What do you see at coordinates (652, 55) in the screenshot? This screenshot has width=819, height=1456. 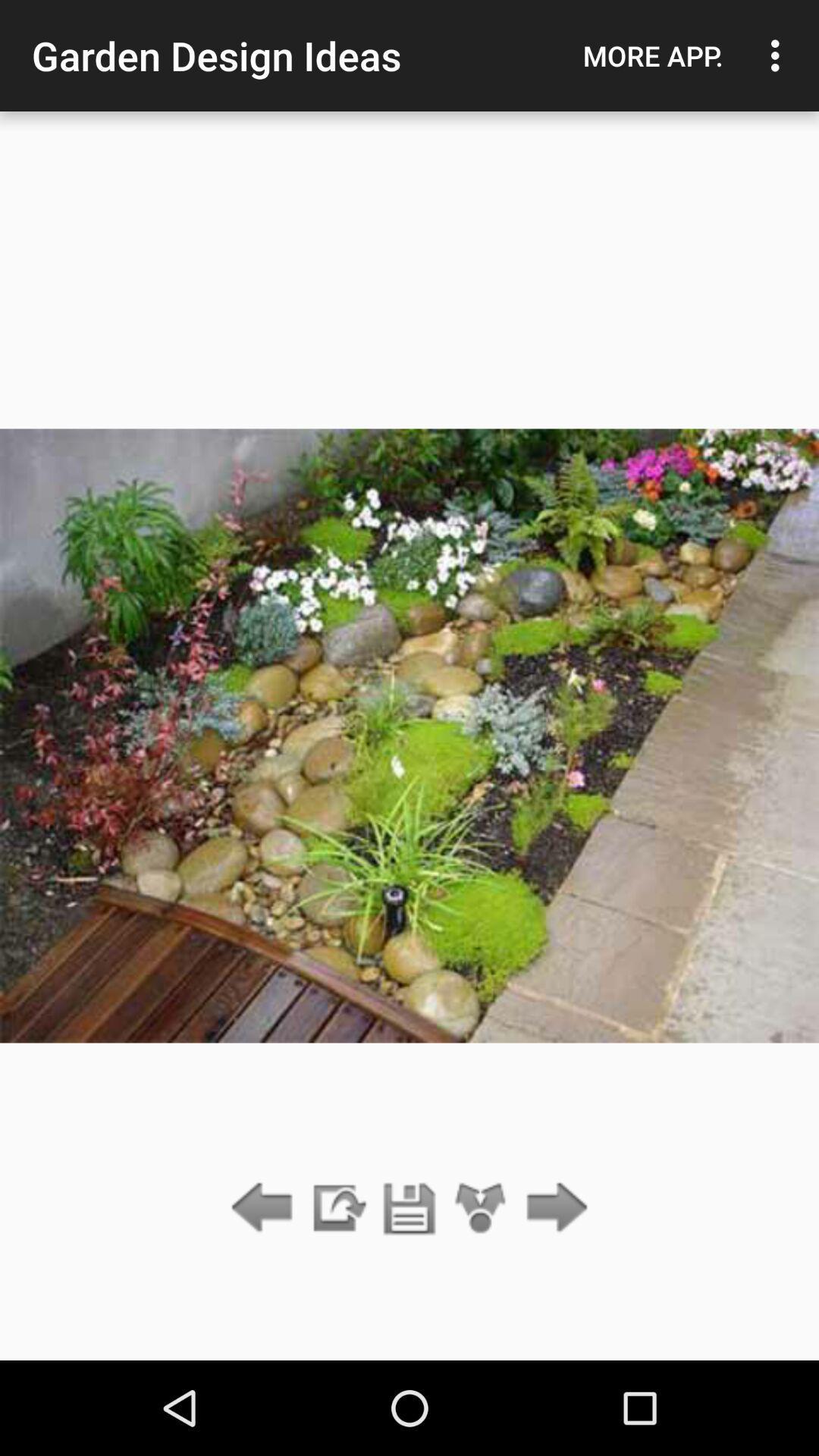 I see `more app. icon` at bounding box center [652, 55].